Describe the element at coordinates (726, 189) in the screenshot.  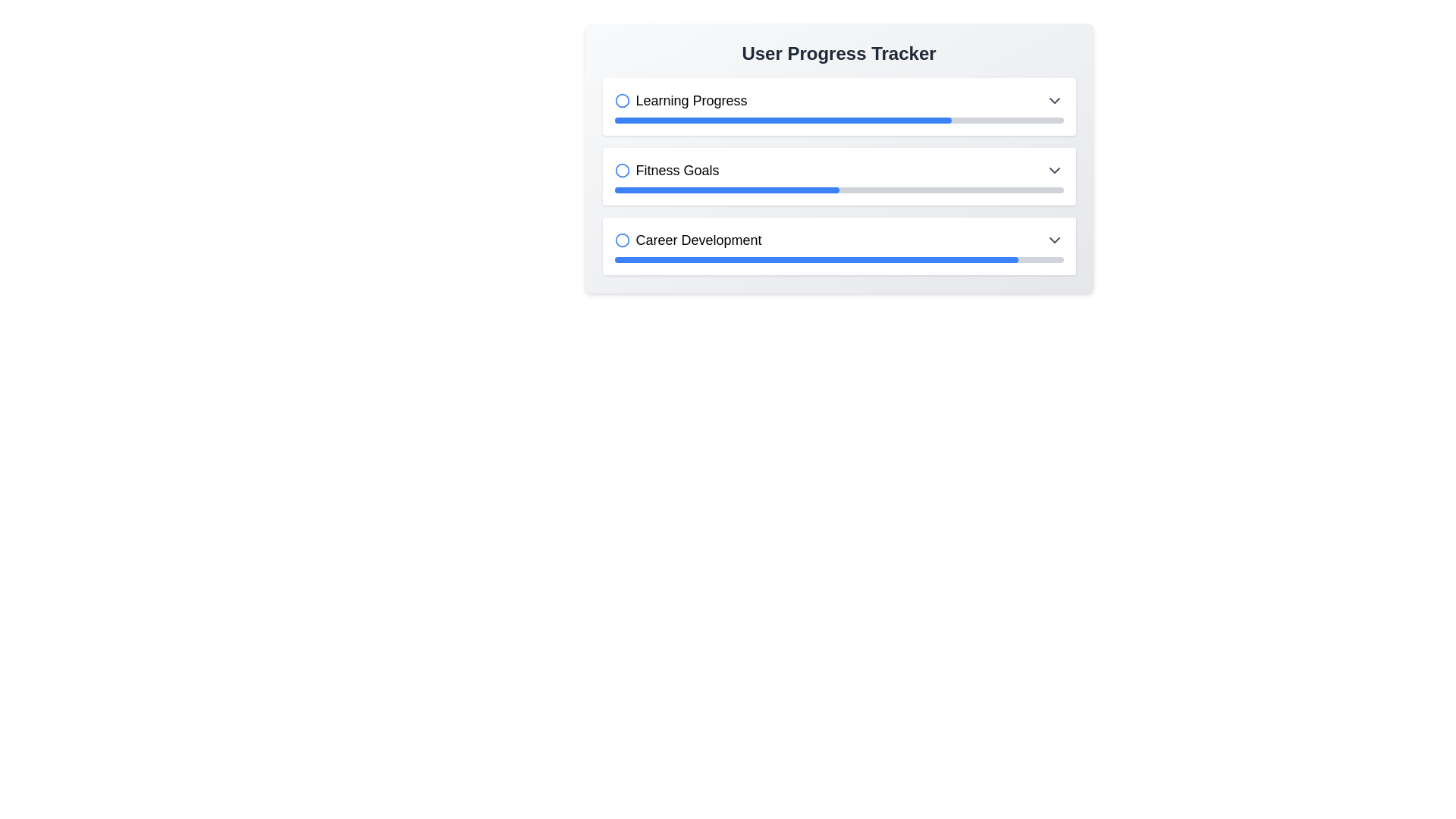
I see `the progress indicator that visually represents 50% completion for 'Fitness Goals' located within the second progress bar` at that location.